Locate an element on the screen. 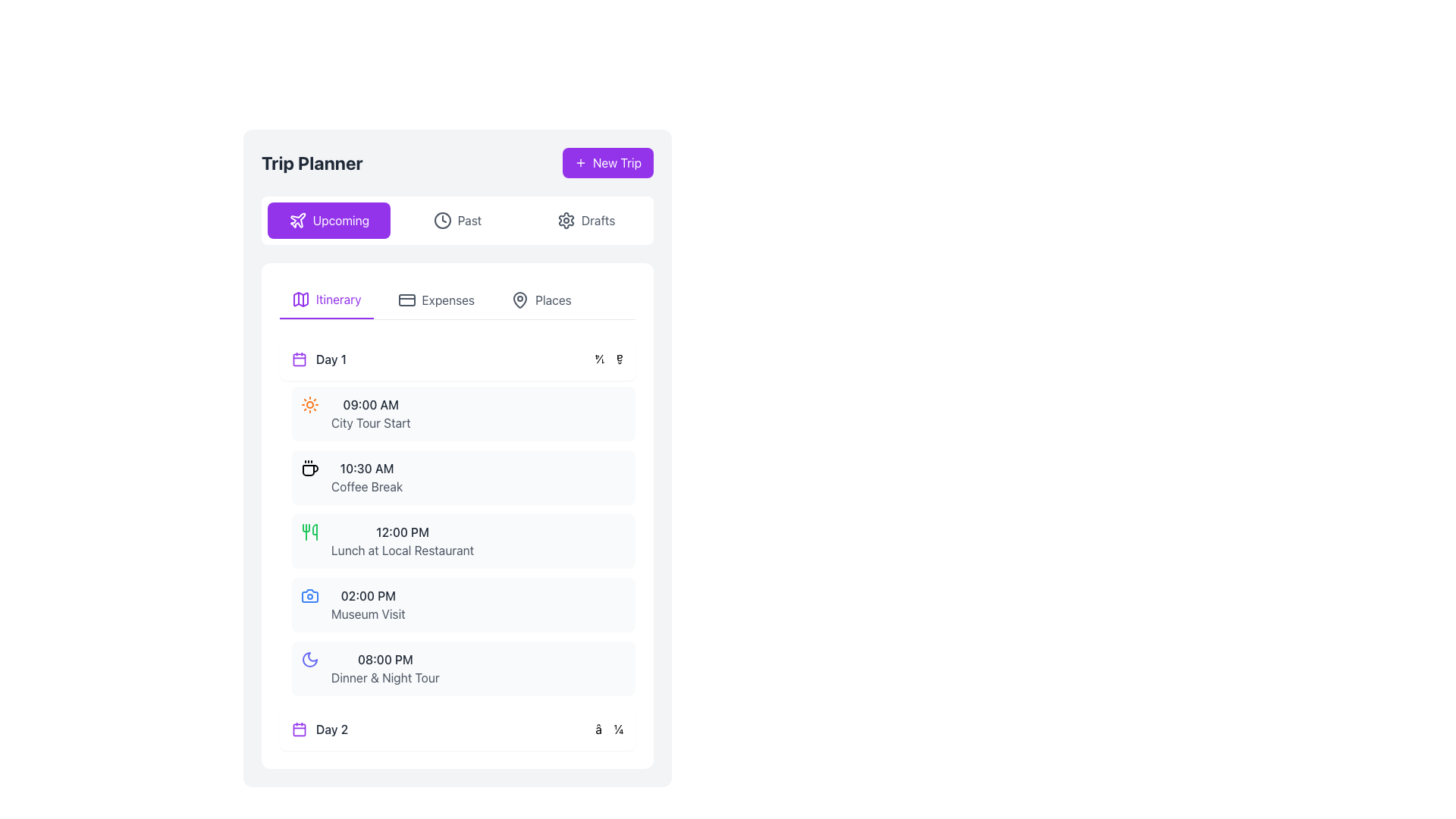  icon representing the 'Museum Visit' event, which signifies photo-related activities, located to the left of the event text at 2:00 PM is located at coordinates (309, 595).